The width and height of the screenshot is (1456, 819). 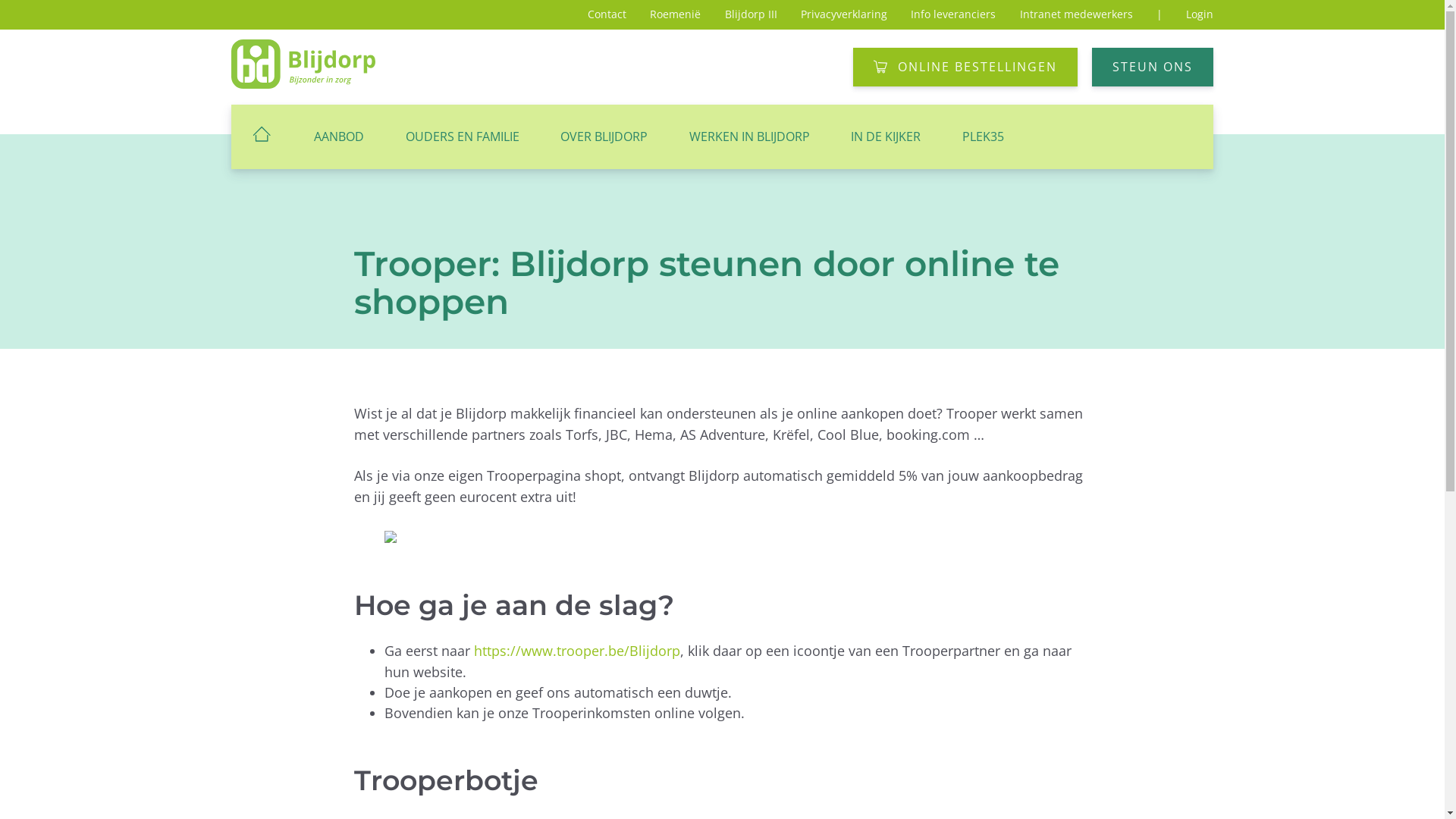 What do you see at coordinates (749, 136) in the screenshot?
I see `'WERKEN IN BLIJDORP'` at bounding box center [749, 136].